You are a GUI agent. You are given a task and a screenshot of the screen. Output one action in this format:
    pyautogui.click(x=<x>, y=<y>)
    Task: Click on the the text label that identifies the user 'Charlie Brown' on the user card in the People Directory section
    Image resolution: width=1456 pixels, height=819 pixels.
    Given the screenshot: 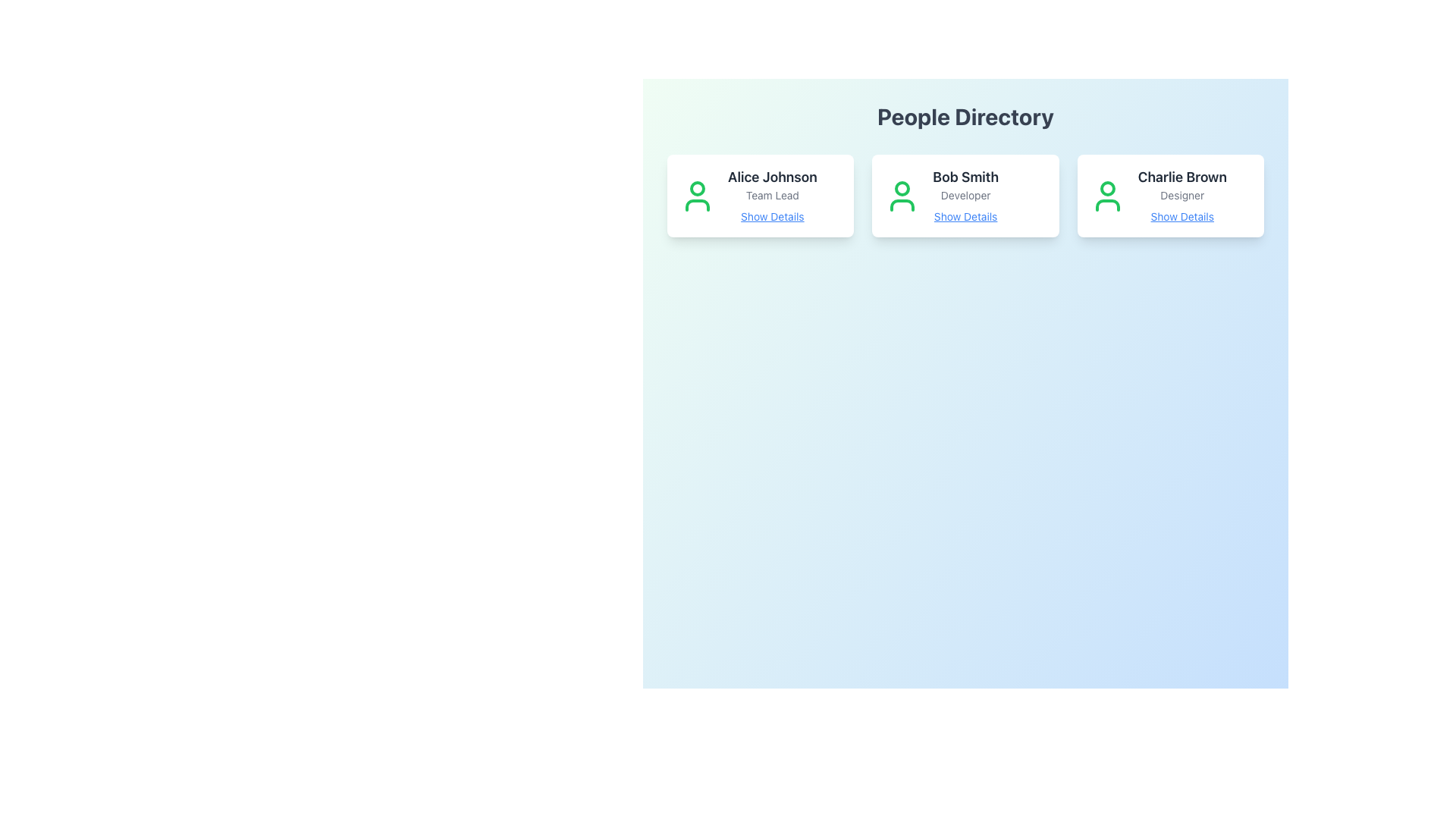 What is the action you would take?
    pyautogui.click(x=1181, y=177)
    